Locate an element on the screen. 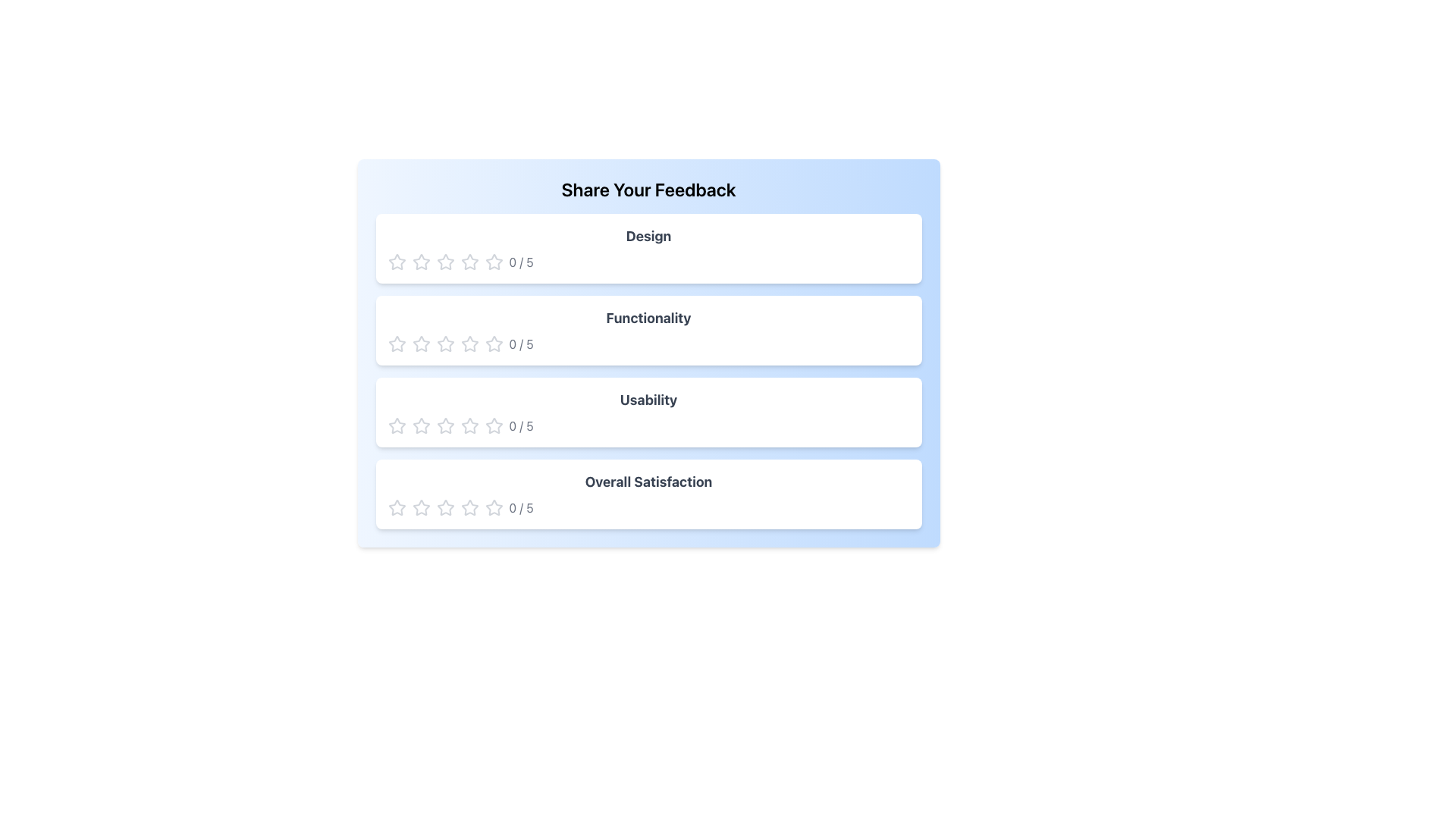 The width and height of the screenshot is (1456, 819). the first hollow star icon used for rating in the 'Usability' feedback section, which is the first star in a set of five is located at coordinates (494, 425).